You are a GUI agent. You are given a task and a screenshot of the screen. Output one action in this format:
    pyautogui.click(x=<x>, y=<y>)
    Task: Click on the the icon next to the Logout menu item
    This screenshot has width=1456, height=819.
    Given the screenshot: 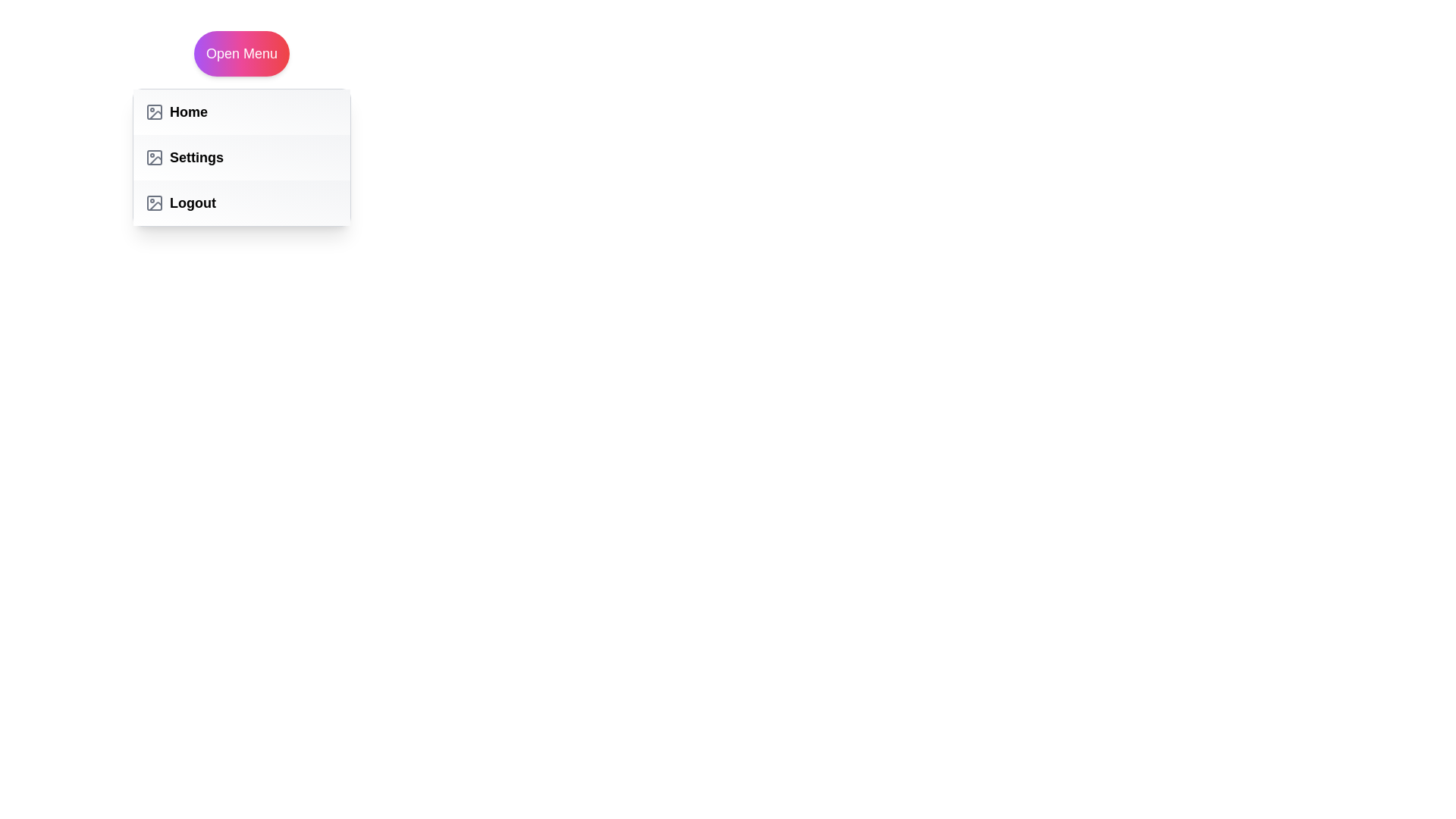 What is the action you would take?
    pyautogui.click(x=154, y=202)
    